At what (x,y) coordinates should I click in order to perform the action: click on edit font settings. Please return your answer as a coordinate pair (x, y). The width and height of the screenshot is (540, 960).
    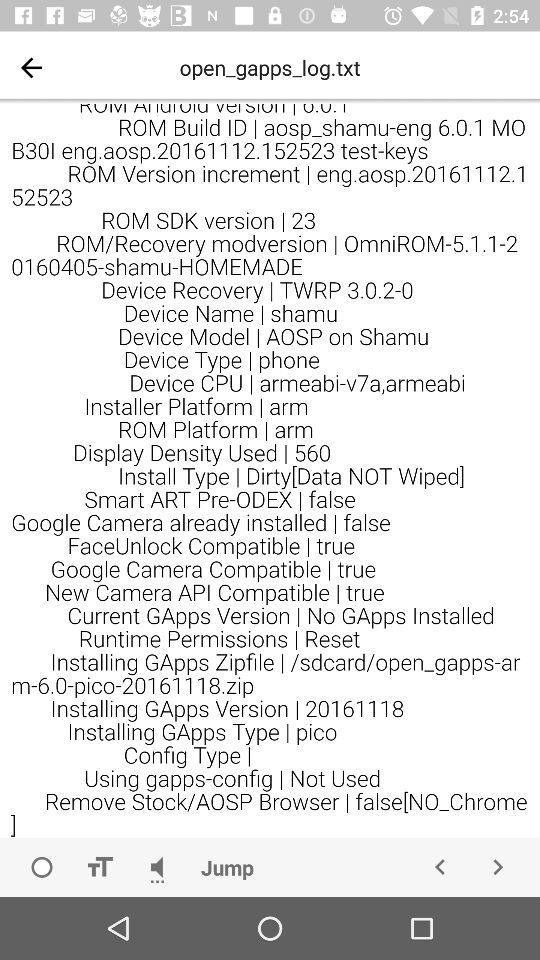
    Looking at the image, I should click on (98, 866).